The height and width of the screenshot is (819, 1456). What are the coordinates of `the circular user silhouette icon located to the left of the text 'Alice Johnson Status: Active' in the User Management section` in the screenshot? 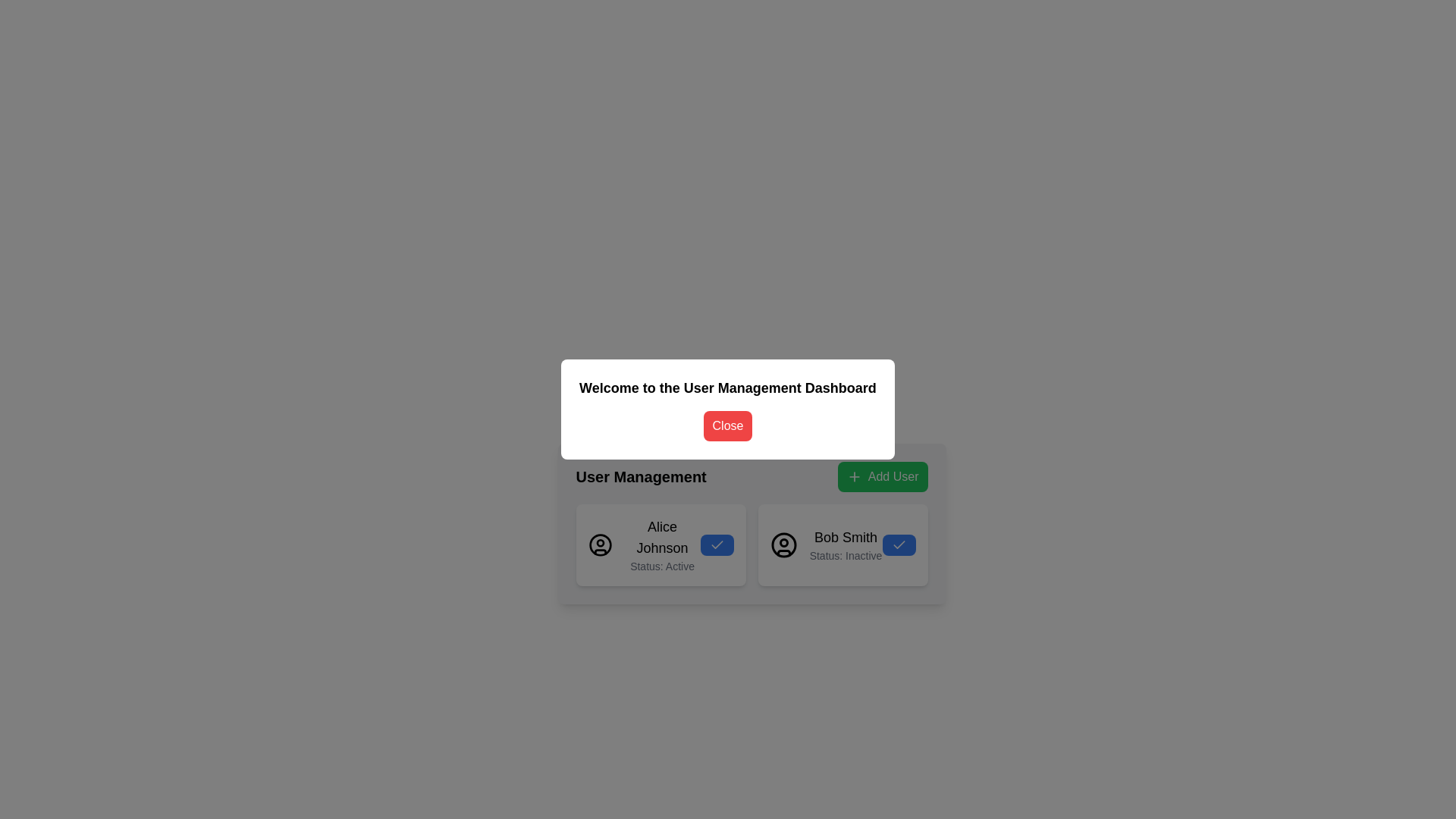 It's located at (599, 544).